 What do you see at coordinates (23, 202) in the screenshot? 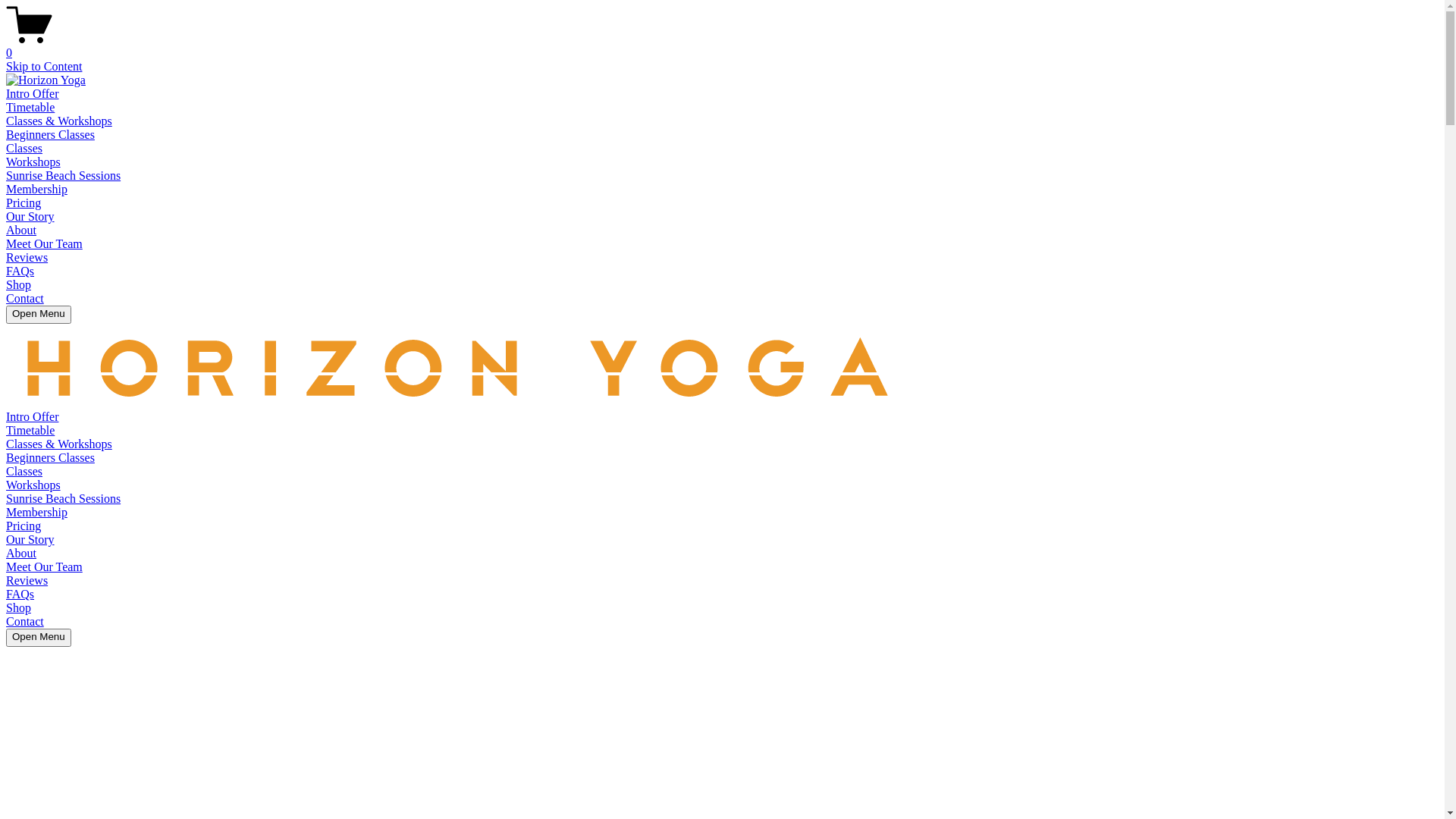
I see `'Pricing'` at bounding box center [23, 202].